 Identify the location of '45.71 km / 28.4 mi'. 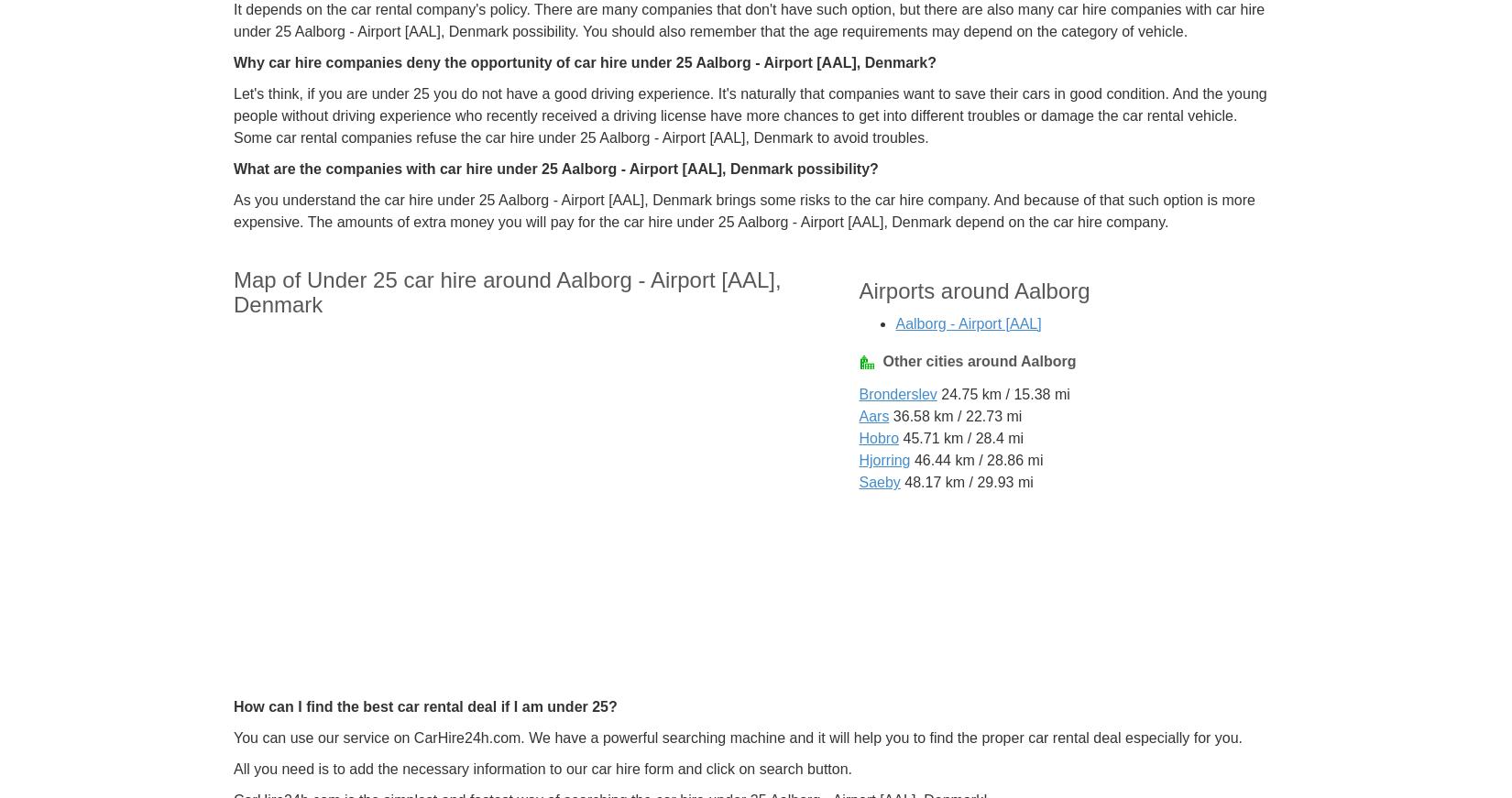
(961, 438).